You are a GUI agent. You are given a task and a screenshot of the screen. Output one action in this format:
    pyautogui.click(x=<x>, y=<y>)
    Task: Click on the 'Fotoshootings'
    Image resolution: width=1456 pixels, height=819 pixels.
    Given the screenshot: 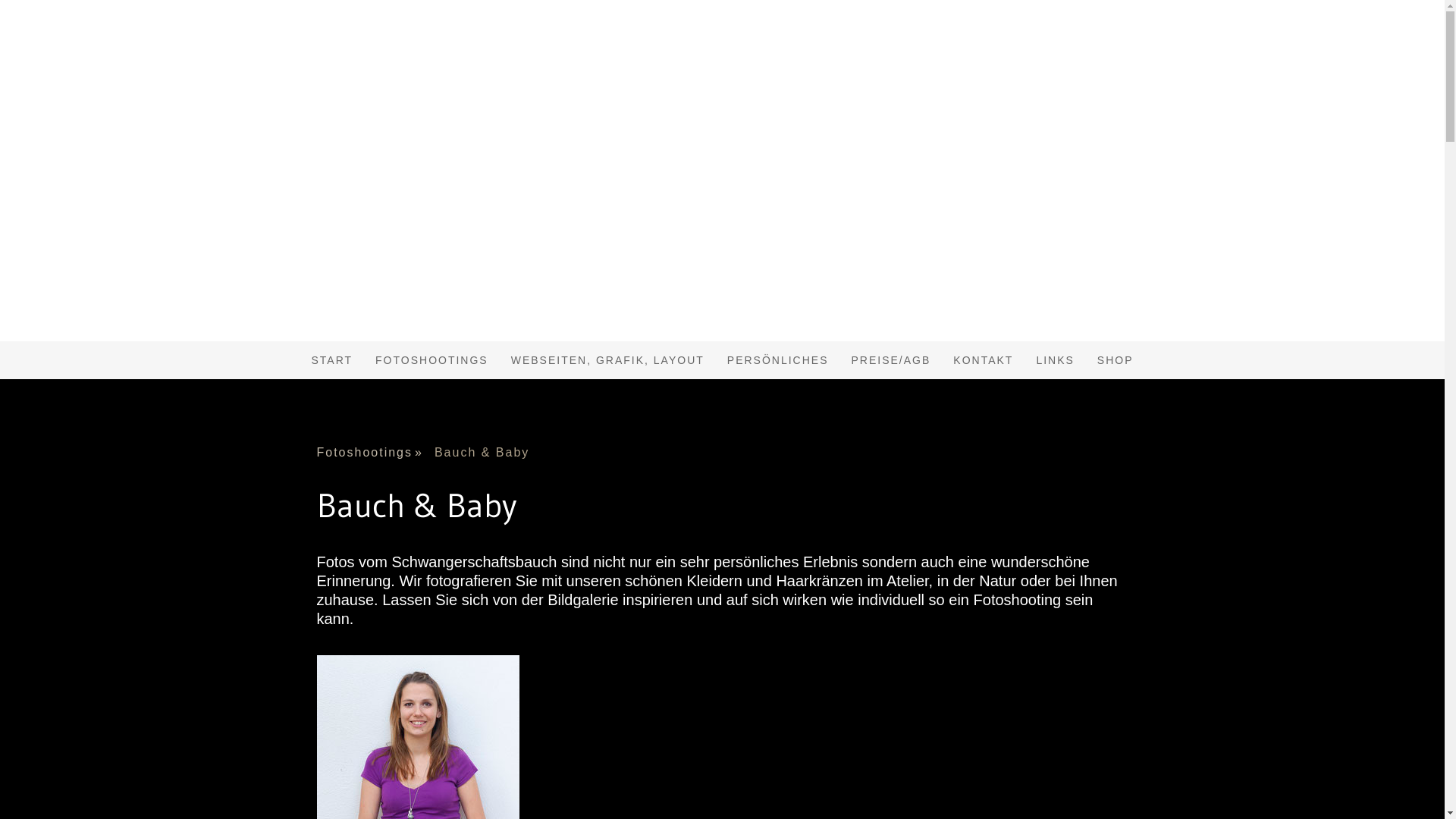 What is the action you would take?
    pyautogui.click(x=375, y=452)
    